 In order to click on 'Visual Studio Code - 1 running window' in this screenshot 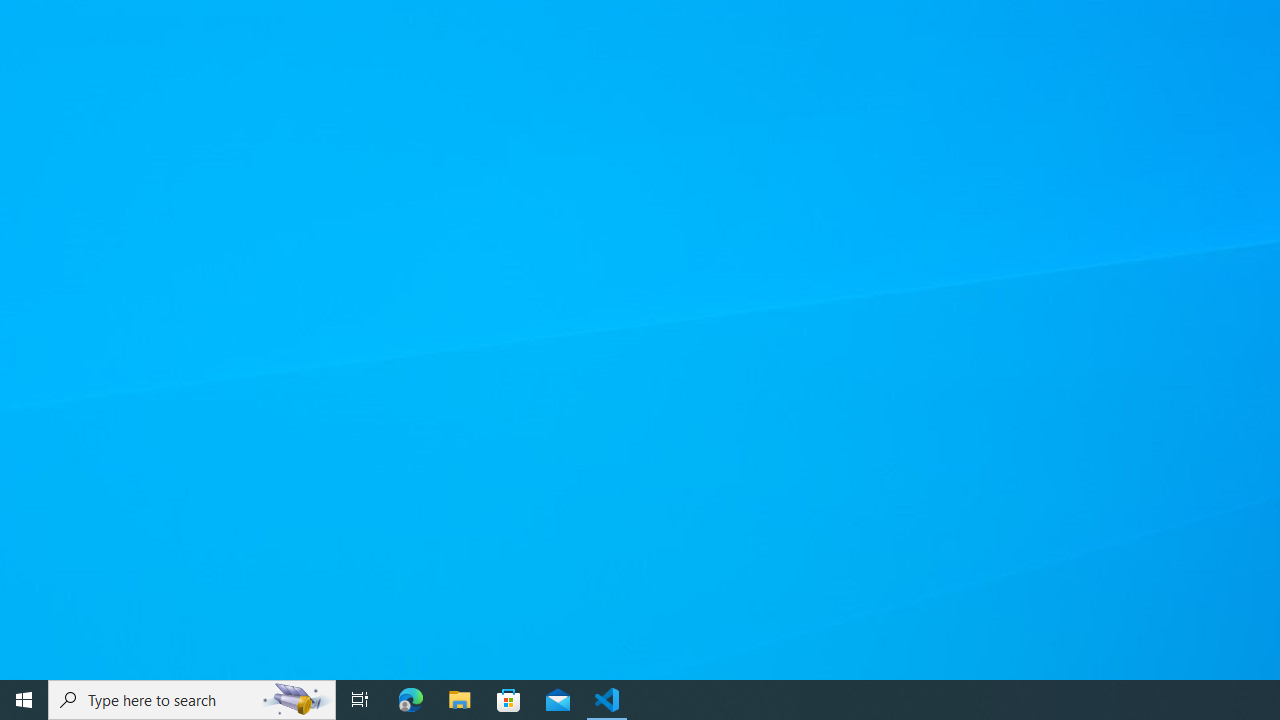, I will do `click(606, 698)`.